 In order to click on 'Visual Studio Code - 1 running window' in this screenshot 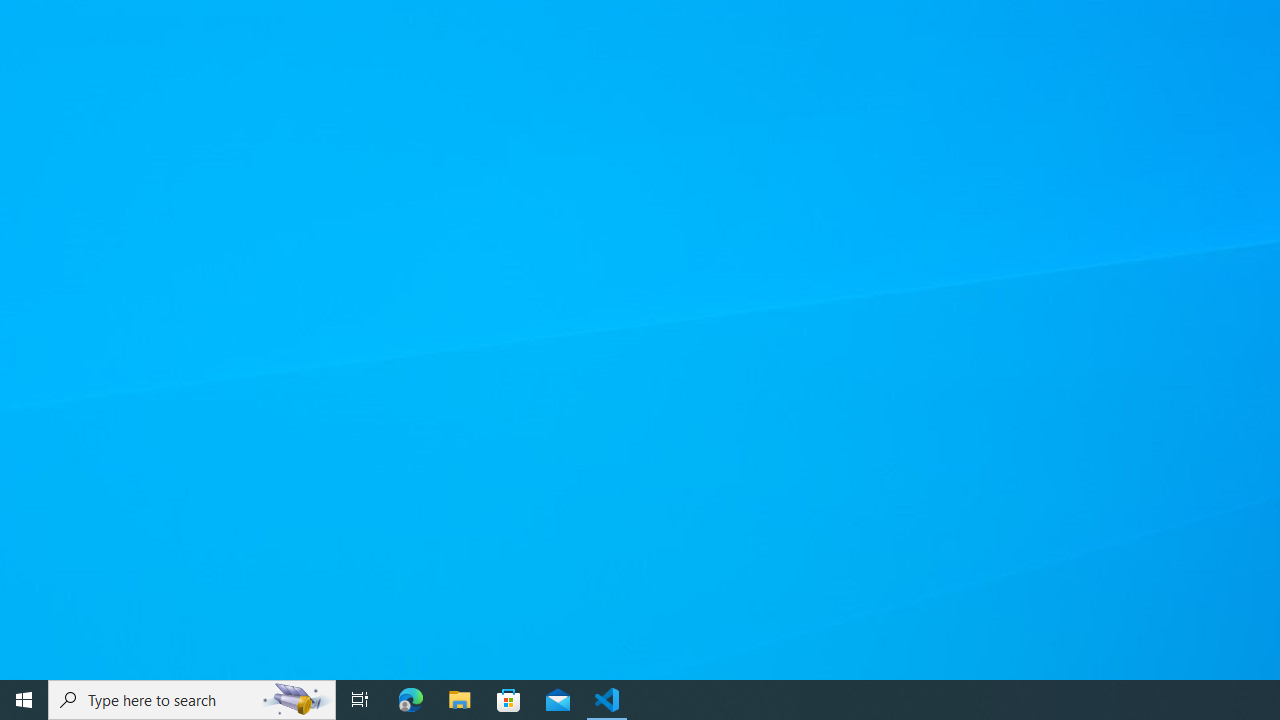, I will do `click(606, 698)`.